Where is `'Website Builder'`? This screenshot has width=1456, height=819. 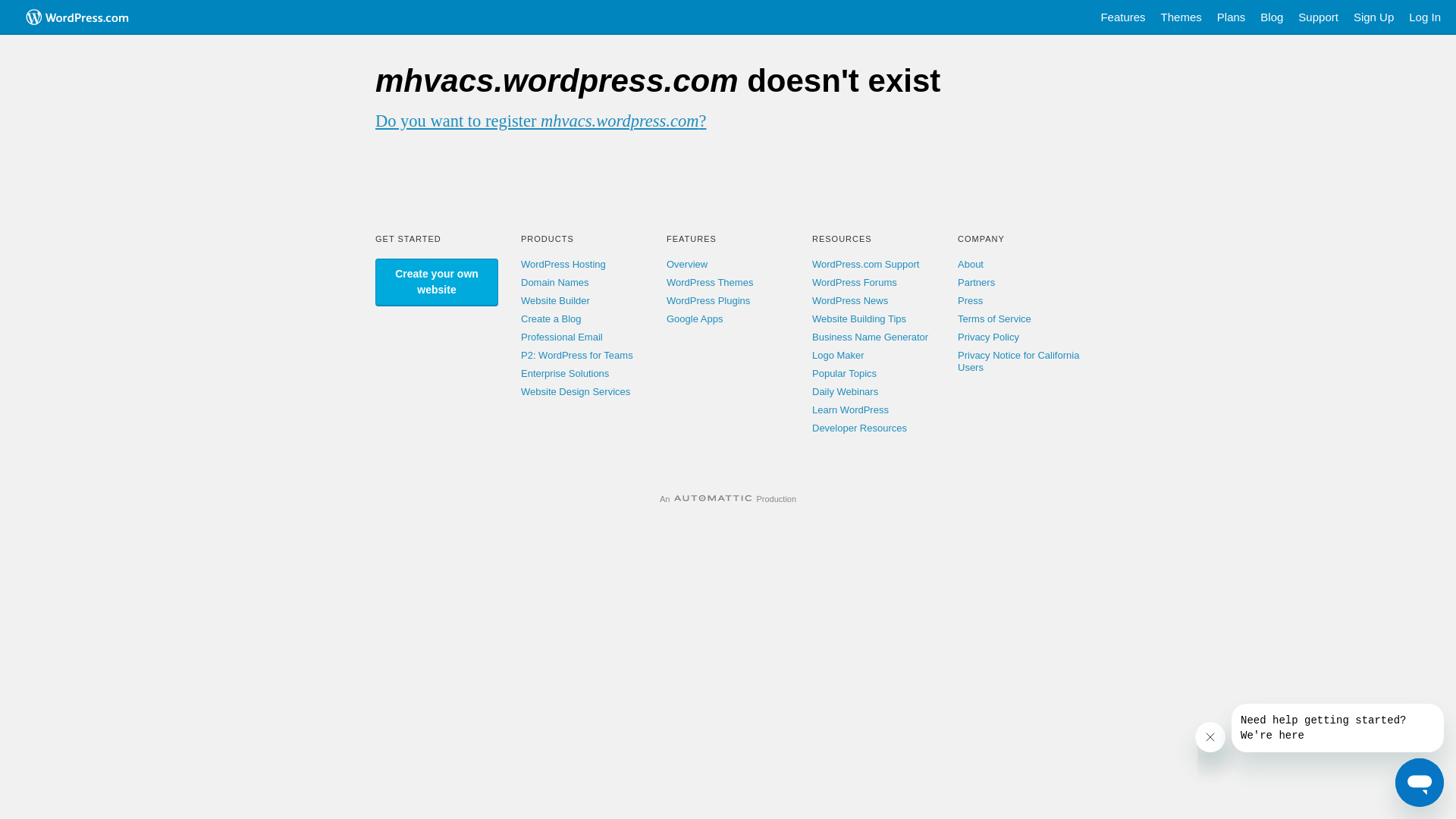
'Website Builder' is located at coordinates (520, 300).